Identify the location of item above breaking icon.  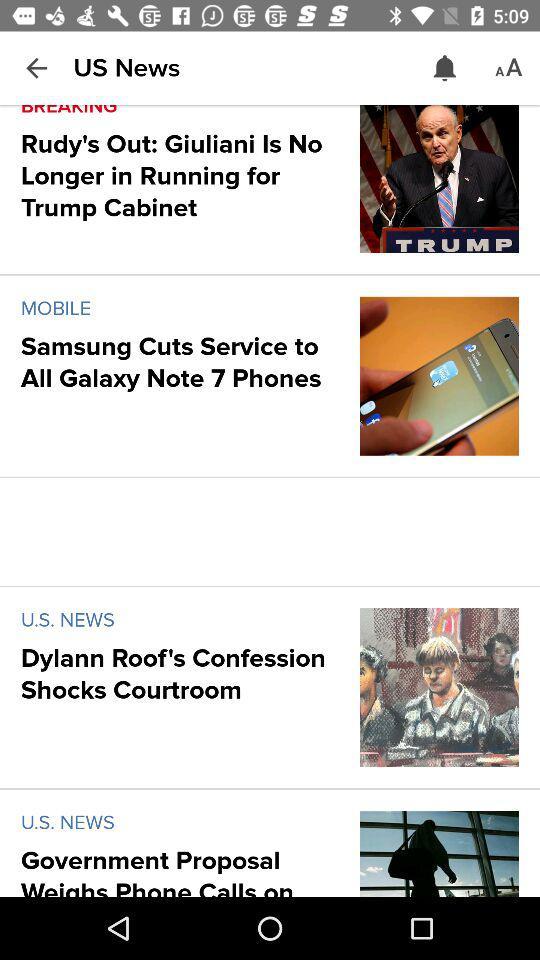
(126, 68).